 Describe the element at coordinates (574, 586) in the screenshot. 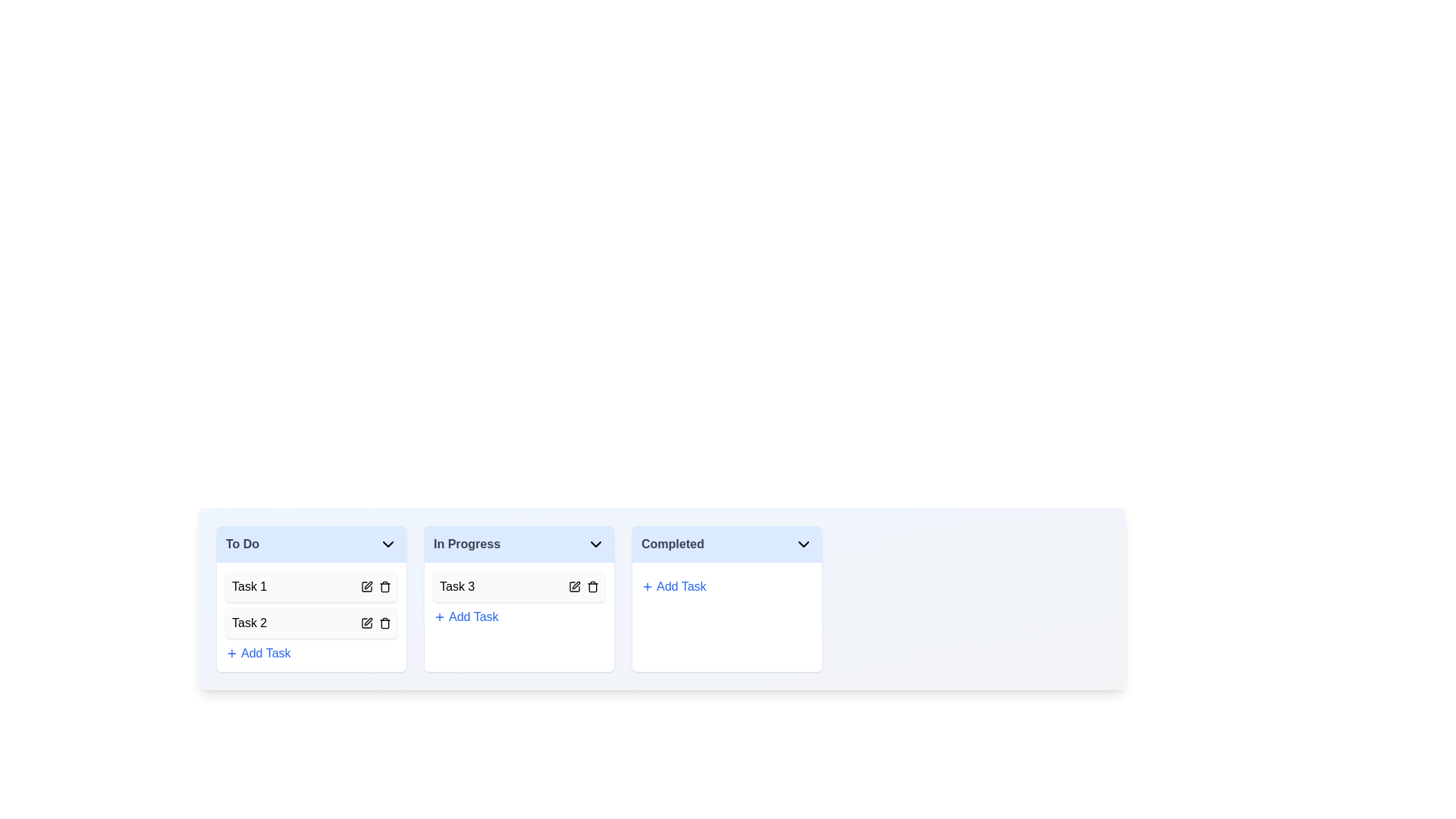

I see `the edit button for the task with title Task 3` at that location.